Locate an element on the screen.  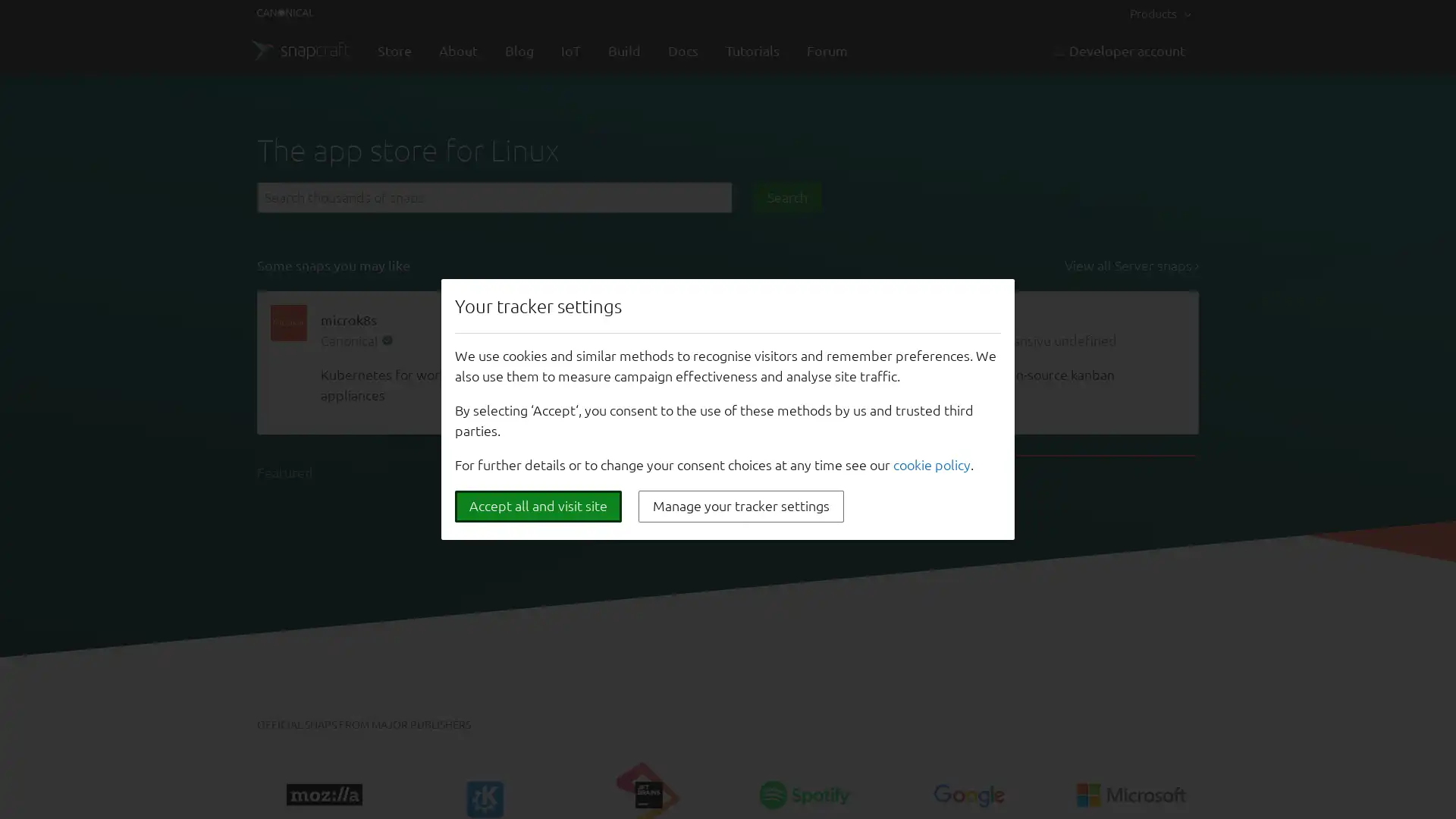
Accept all and visit site is located at coordinates (538, 506).